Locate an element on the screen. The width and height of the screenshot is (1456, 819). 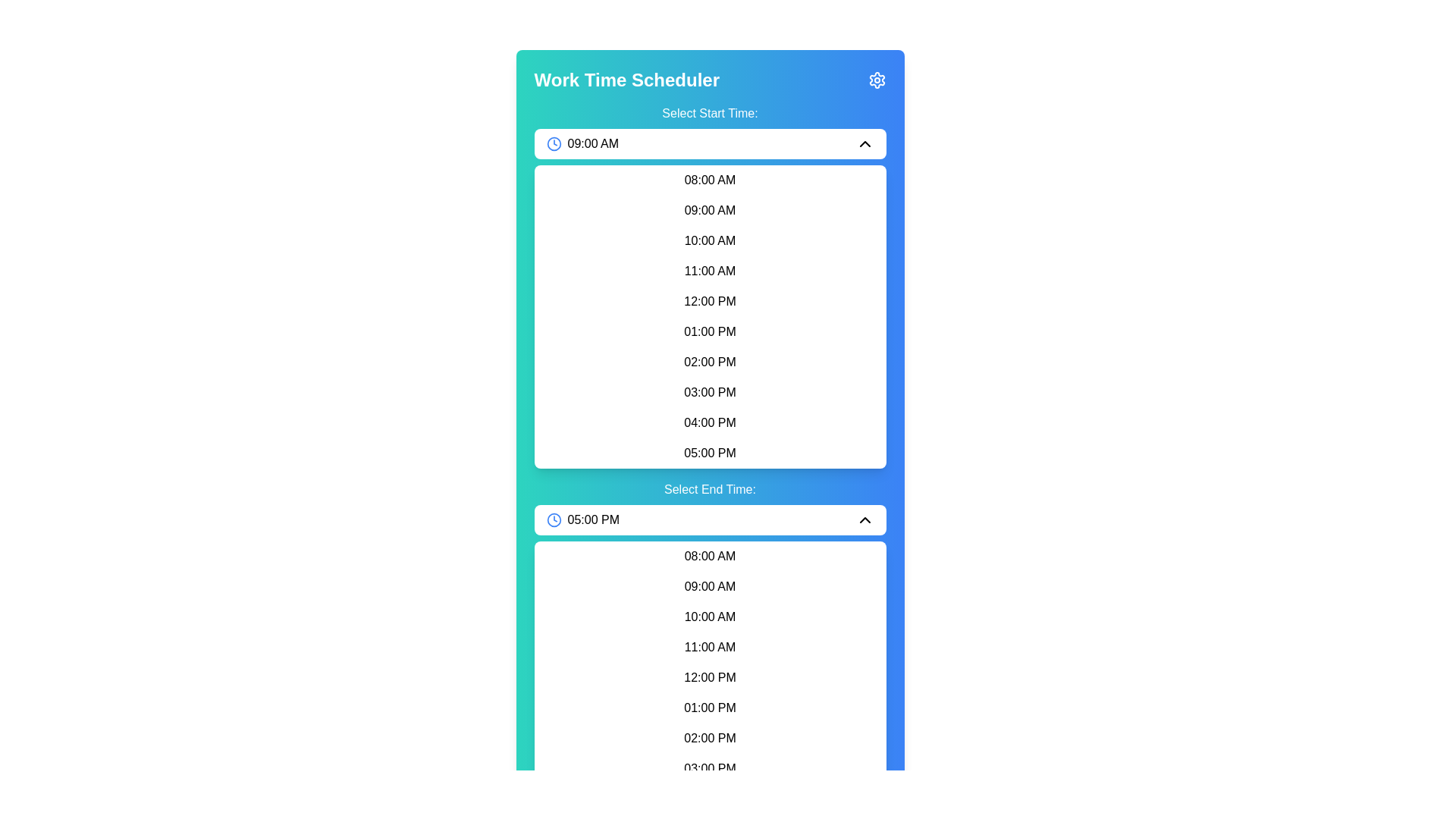
the chevron icon located at the far-right side of the '09:00 AM' text is located at coordinates (864, 143).